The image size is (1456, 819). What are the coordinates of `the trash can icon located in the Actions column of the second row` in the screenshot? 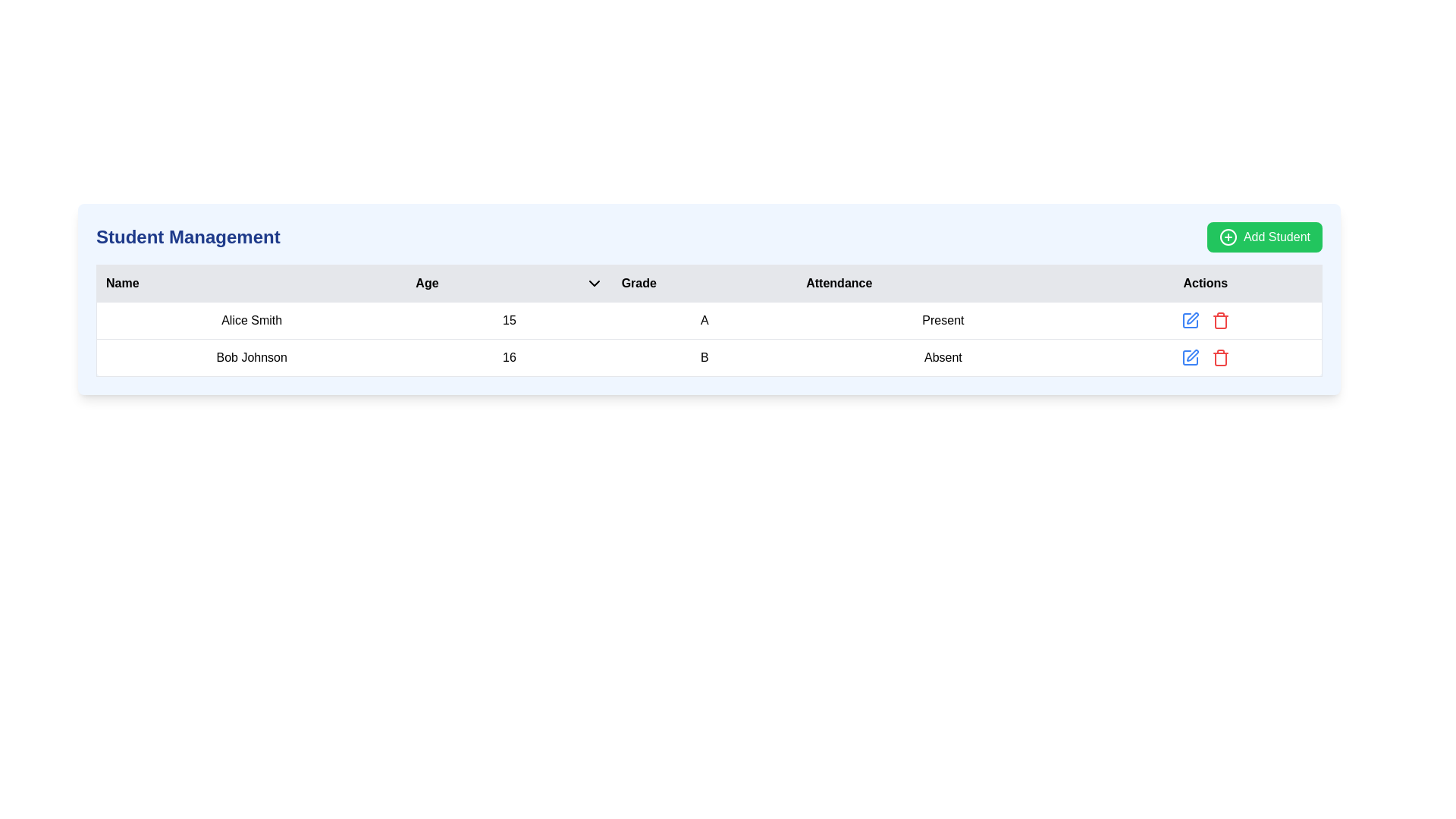 It's located at (1220, 359).